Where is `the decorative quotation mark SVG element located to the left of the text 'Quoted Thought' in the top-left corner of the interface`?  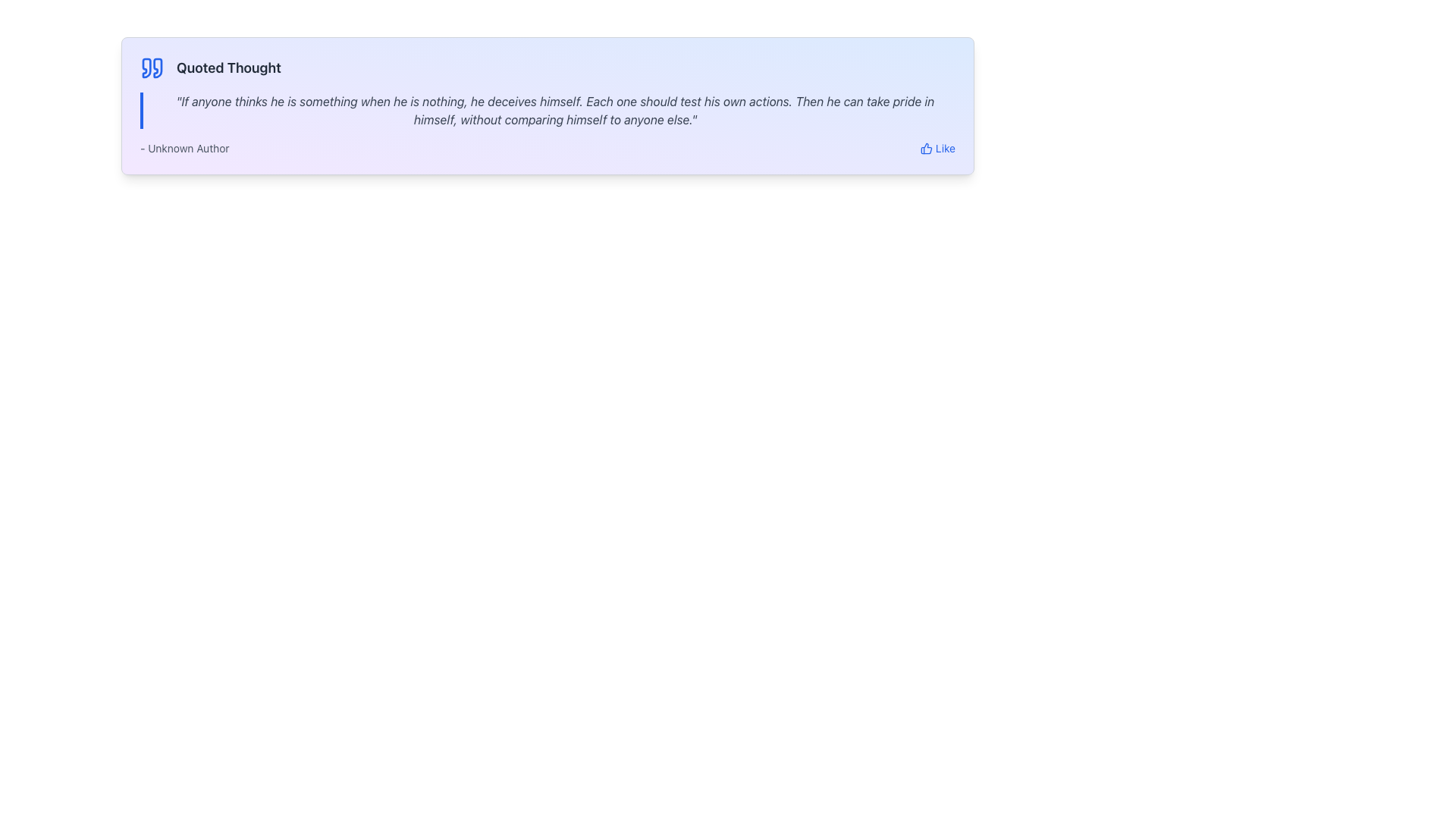
the decorative quotation mark SVG element located to the left of the text 'Quoted Thought' in the top-left corner of the interface is located at coordinates (146, 67).